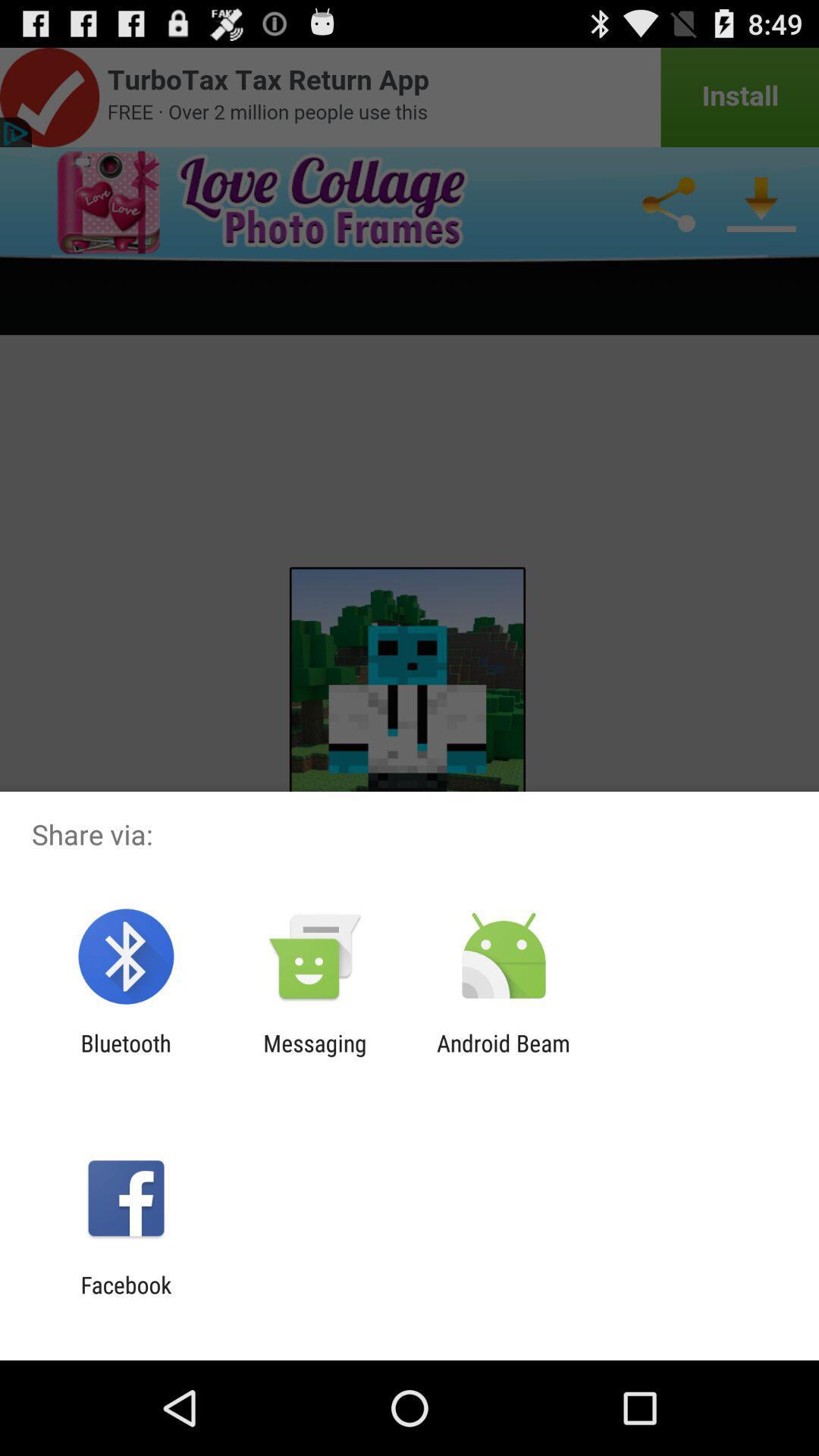 Image resolution: width=819 pixels, height=1456 pixels. What do you see at coordinates (125, 1056) in the screenshot?
I see `bluetooth icon` at bounding box center [125, 1056].